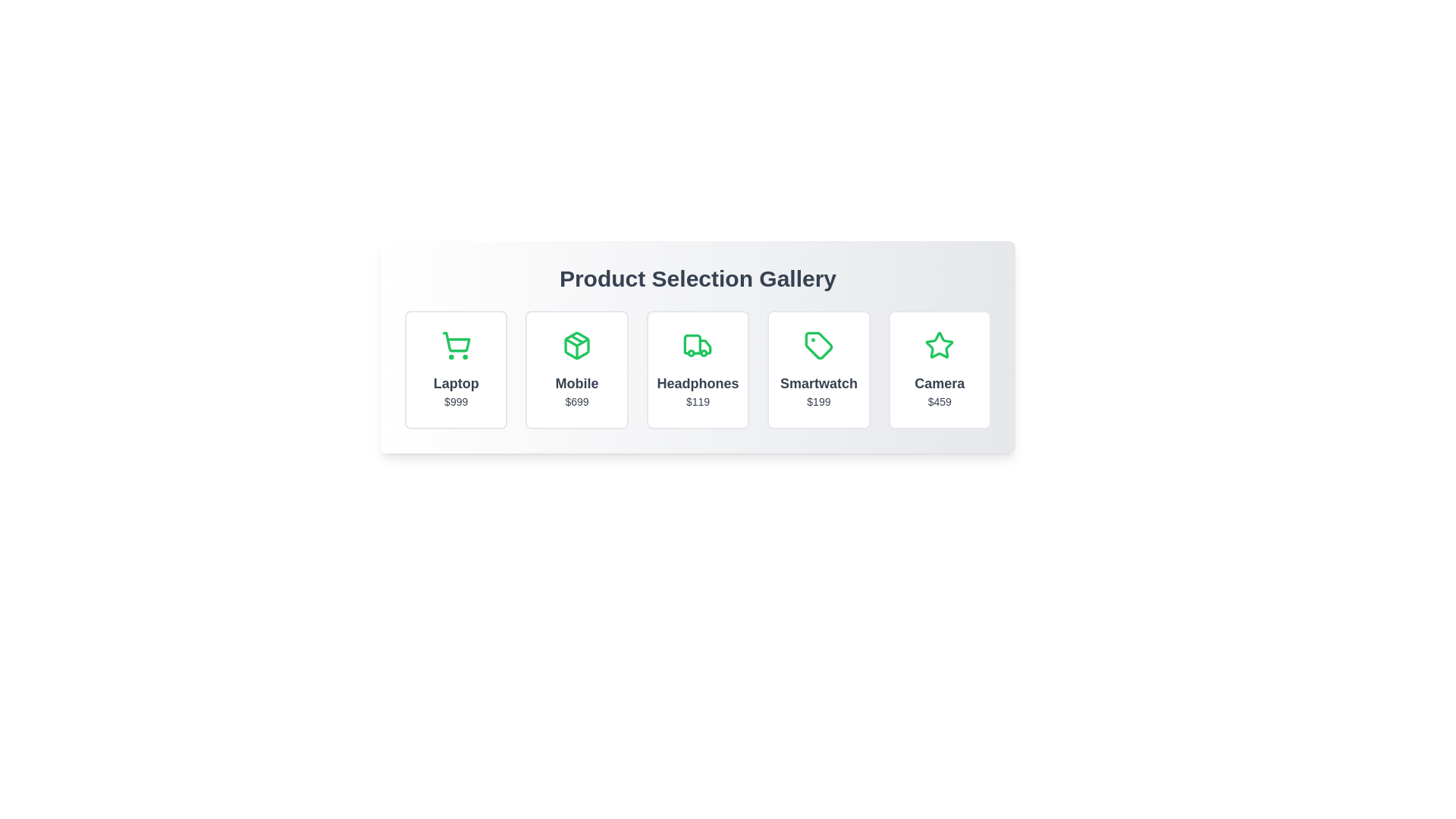 Image resolution: width=1456 pixels, height=819 pixels. I want to click on text displayed in the Text Label that shows 'Smartwatch' and its price '$199', located in the fourth position of the product cards gallery, so click(817, 391).